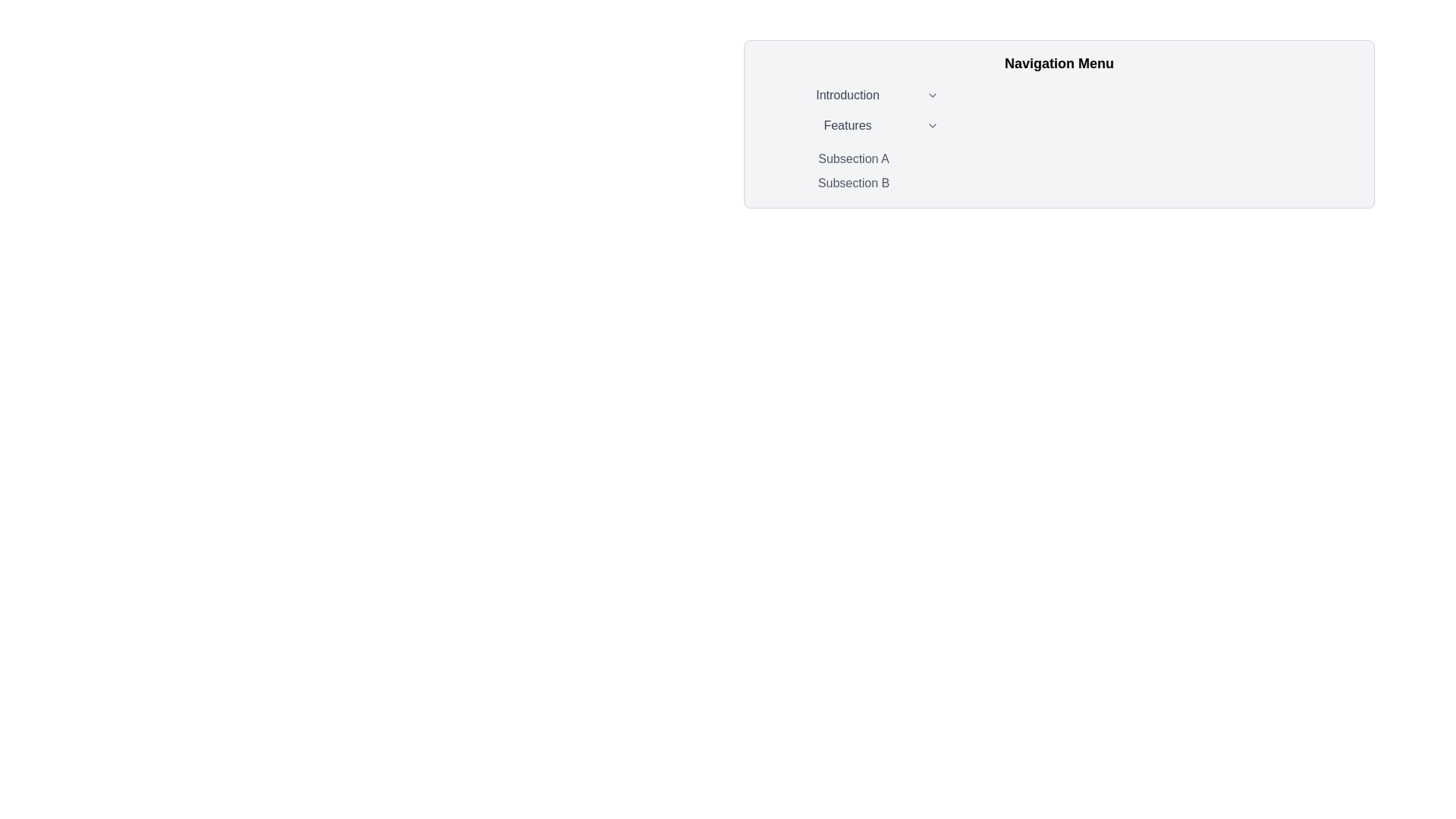 Image resolution: width=1456 pixels, height=819 pixels. Describe the element at coordinates (847, 96) in the screenshot. I see `the Text Label displaying 'Introduction' in the navigation menu, which is located at the top of the vertical list of menu items` at that location.